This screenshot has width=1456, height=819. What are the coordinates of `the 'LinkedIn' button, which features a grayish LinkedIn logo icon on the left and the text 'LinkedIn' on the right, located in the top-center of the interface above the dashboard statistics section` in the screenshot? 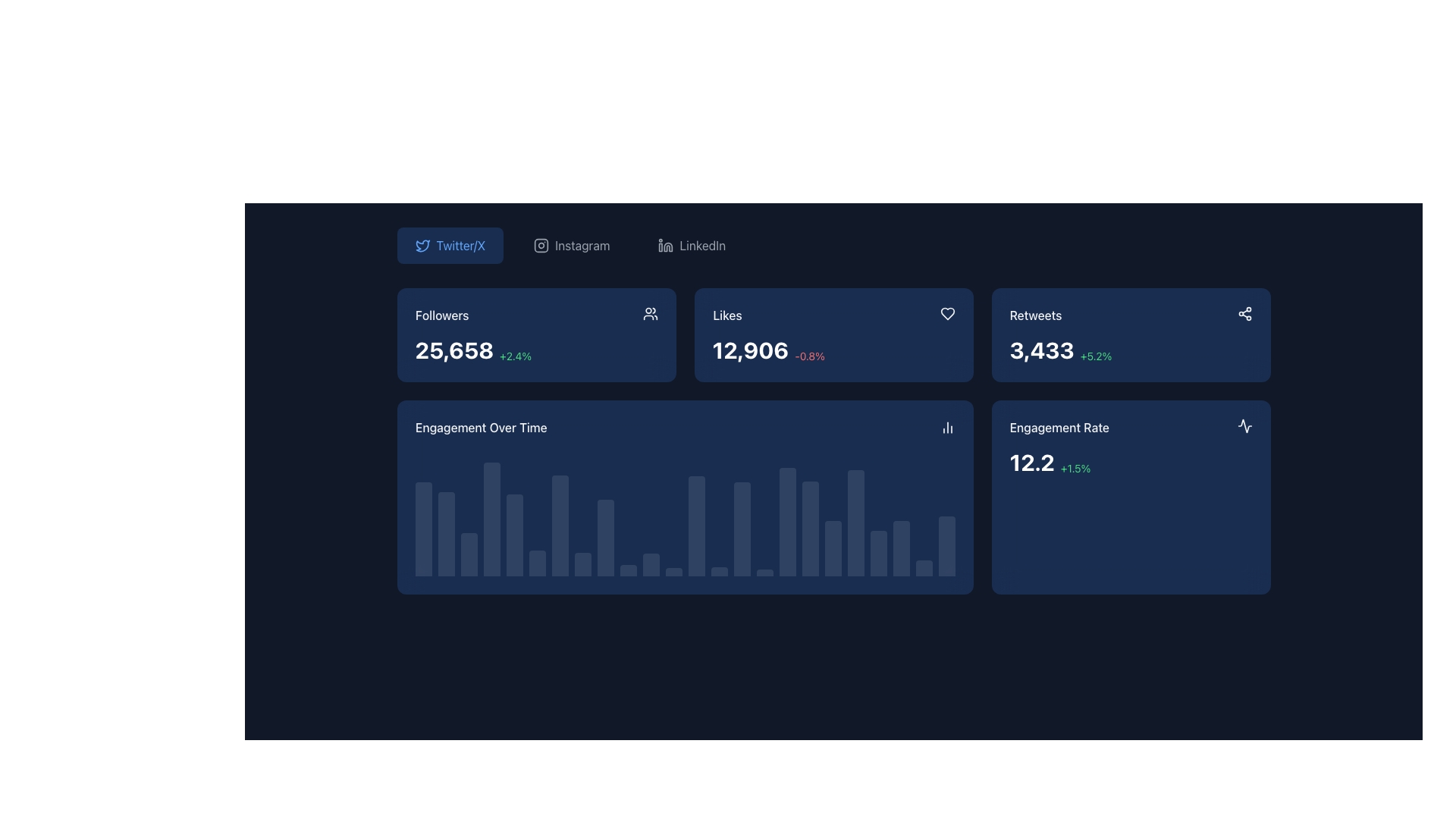 It's located at (691, 245).